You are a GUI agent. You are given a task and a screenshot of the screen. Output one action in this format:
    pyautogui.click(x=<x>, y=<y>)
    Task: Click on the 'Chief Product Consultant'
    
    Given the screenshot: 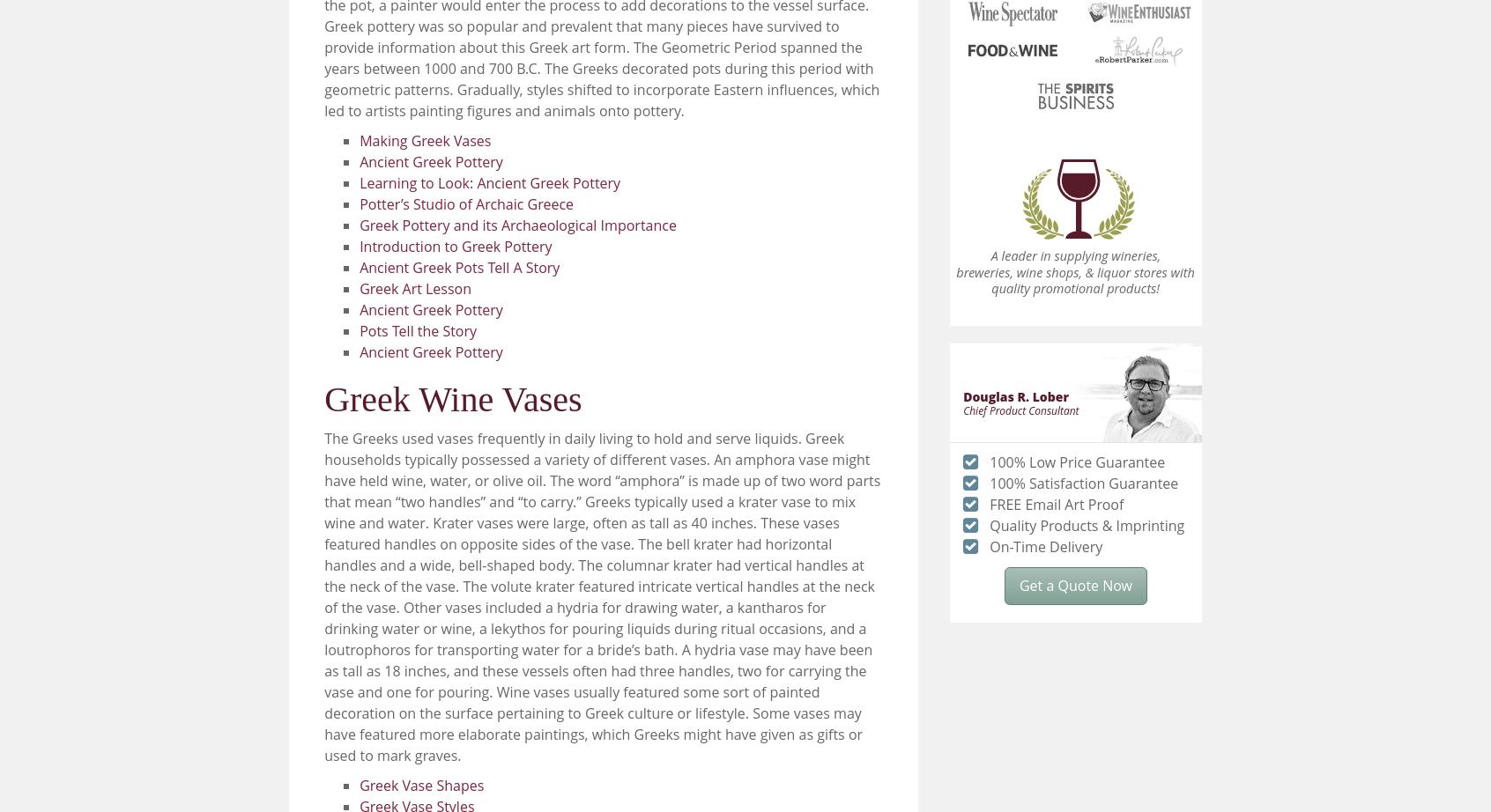 What is the action you would take?
    pyautogui.click(x=963, y=410)
    